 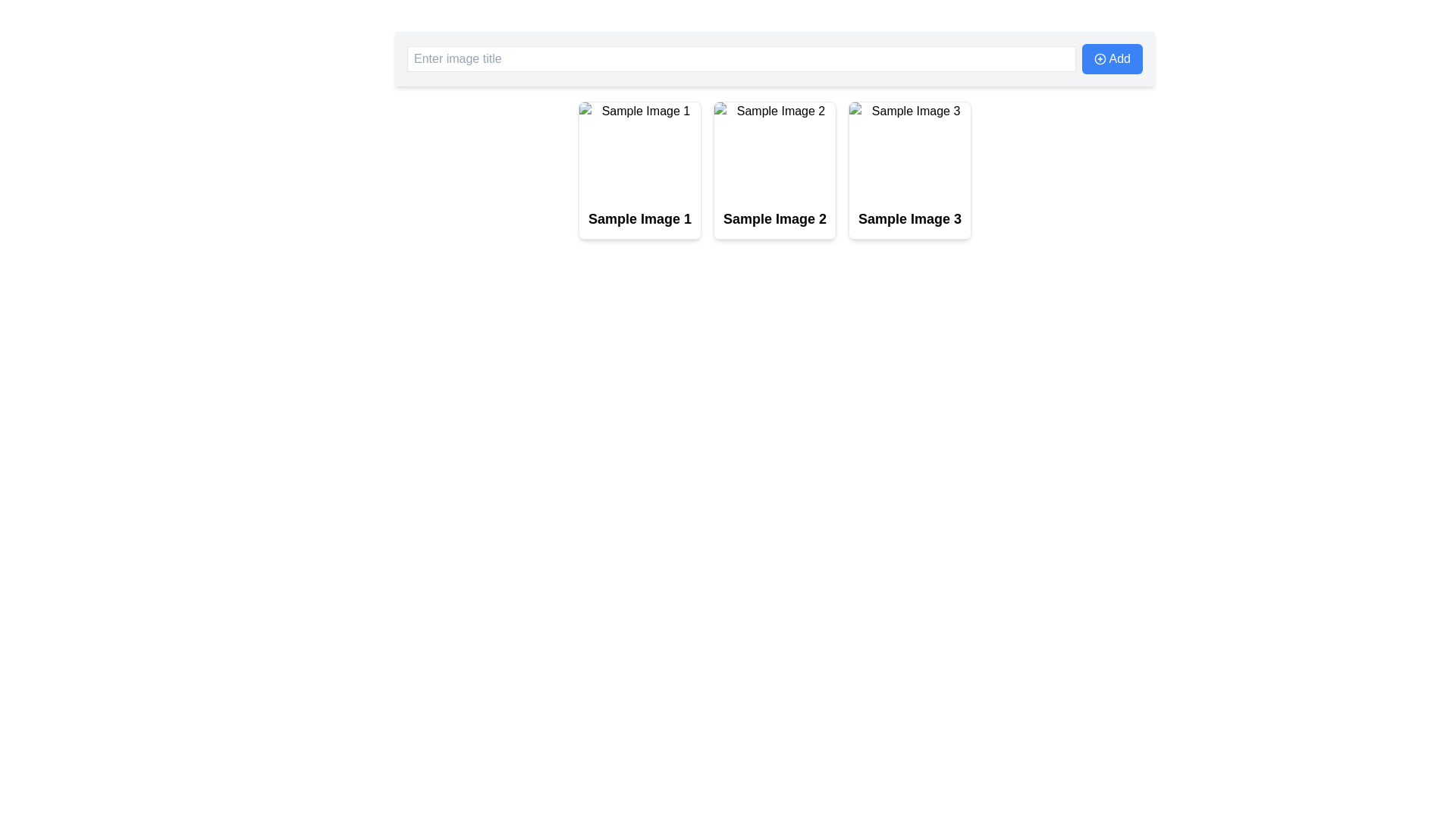 What do you see at coordinates (639, 151) in the screenshot?
I see `the placeholder image element located at the top of the card component, positioned above the text label 'Sample Image 1'` at bounding box center [639, 151].